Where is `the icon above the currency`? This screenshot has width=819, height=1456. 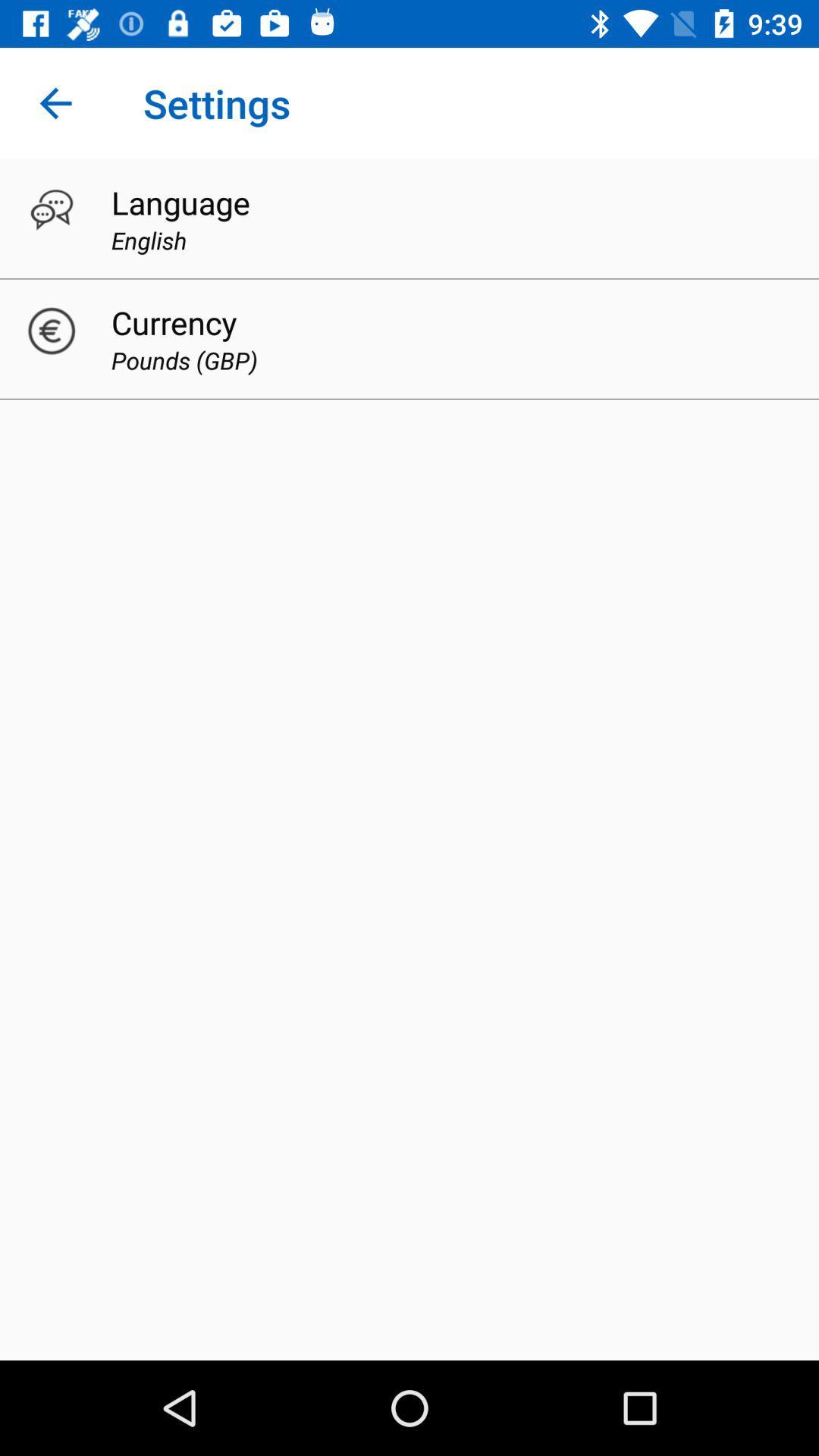 the icon above the currency is located at coordinates (149, 239).